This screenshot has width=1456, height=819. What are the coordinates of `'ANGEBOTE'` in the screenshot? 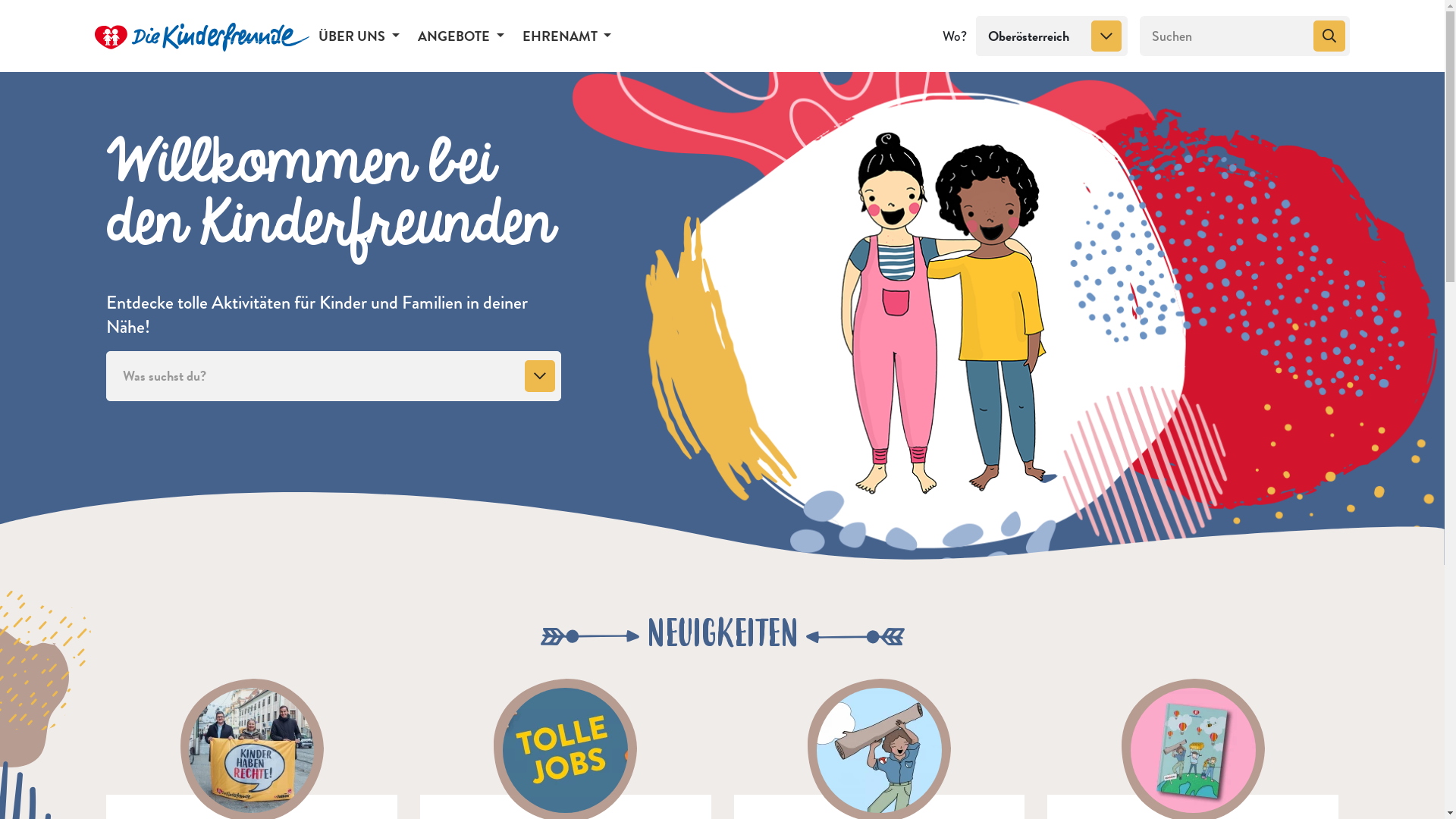 It's located at (460, 34).